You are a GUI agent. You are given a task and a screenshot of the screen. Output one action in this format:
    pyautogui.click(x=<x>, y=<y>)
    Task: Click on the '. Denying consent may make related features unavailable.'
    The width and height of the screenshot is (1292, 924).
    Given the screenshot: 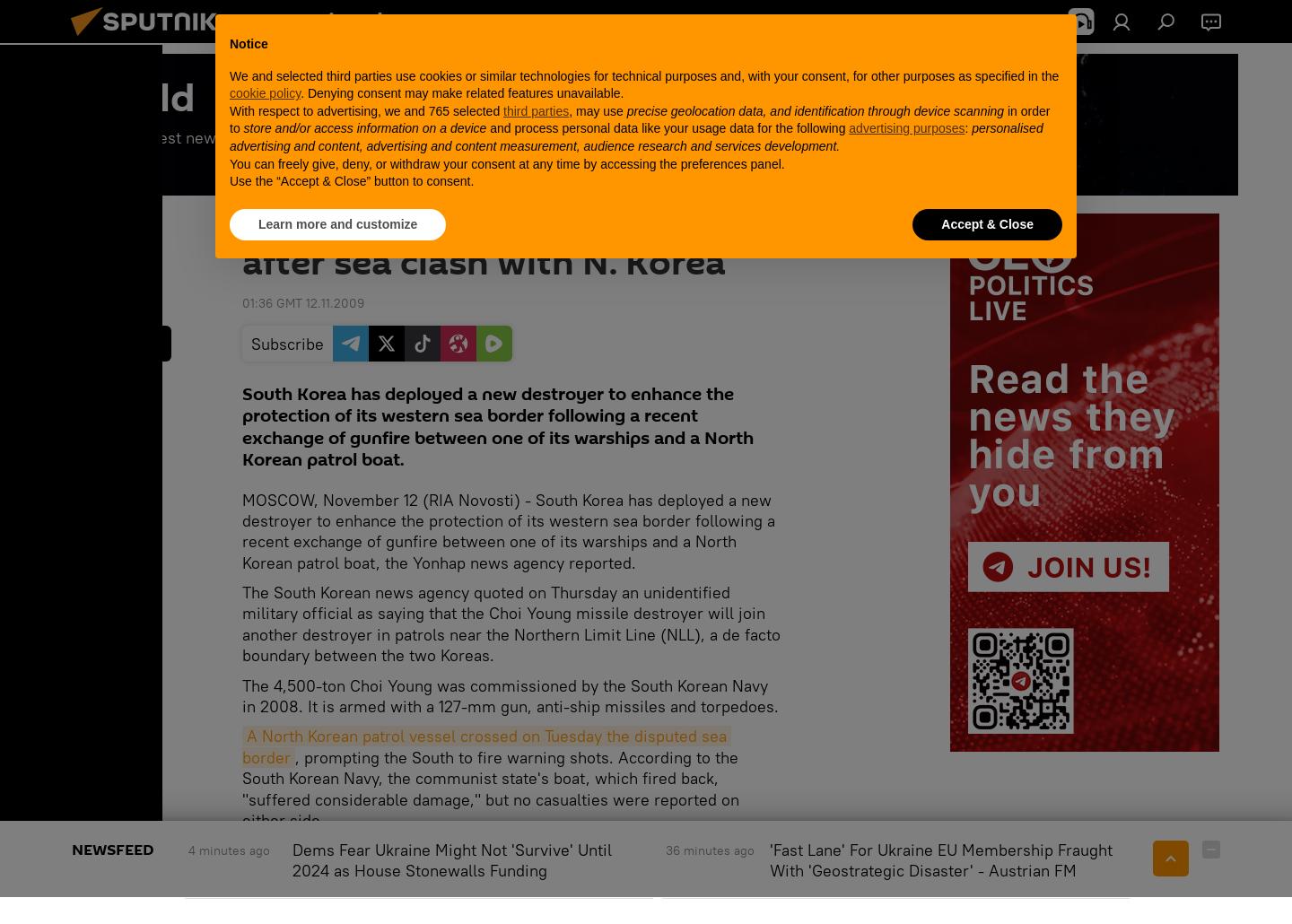 What is the action you would take?
    pyautogui.click(x=460, y=92)
    